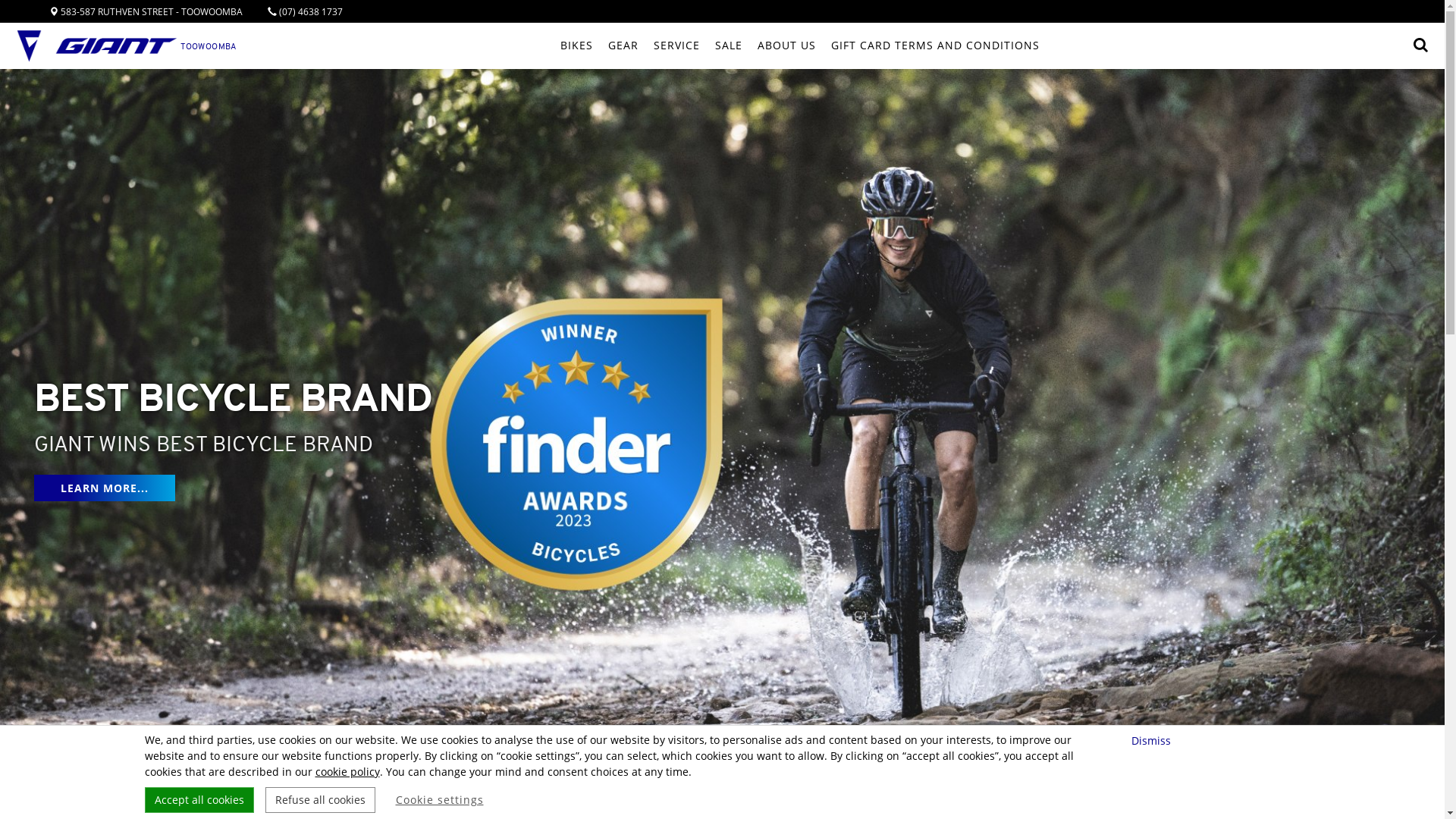 This screenshot has height=819, width=1456. What do you see at coordinates (786, 45) in the screenshot?
I see `'ABOUT US'` at bounding box center [786, 45].